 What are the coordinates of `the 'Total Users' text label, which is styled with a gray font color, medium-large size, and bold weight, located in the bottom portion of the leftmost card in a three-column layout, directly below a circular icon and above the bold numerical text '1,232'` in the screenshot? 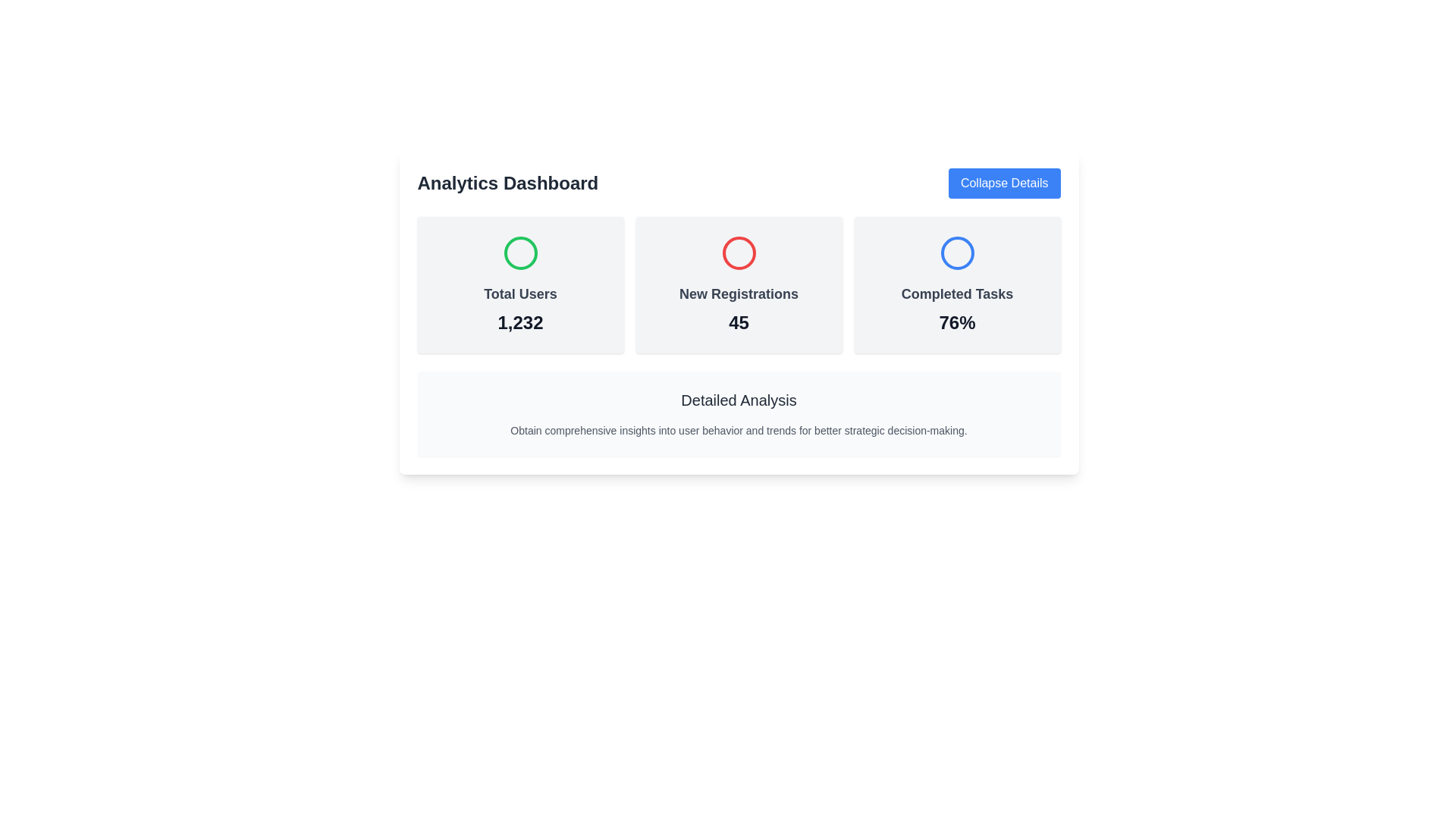 It's located at (520, 294).